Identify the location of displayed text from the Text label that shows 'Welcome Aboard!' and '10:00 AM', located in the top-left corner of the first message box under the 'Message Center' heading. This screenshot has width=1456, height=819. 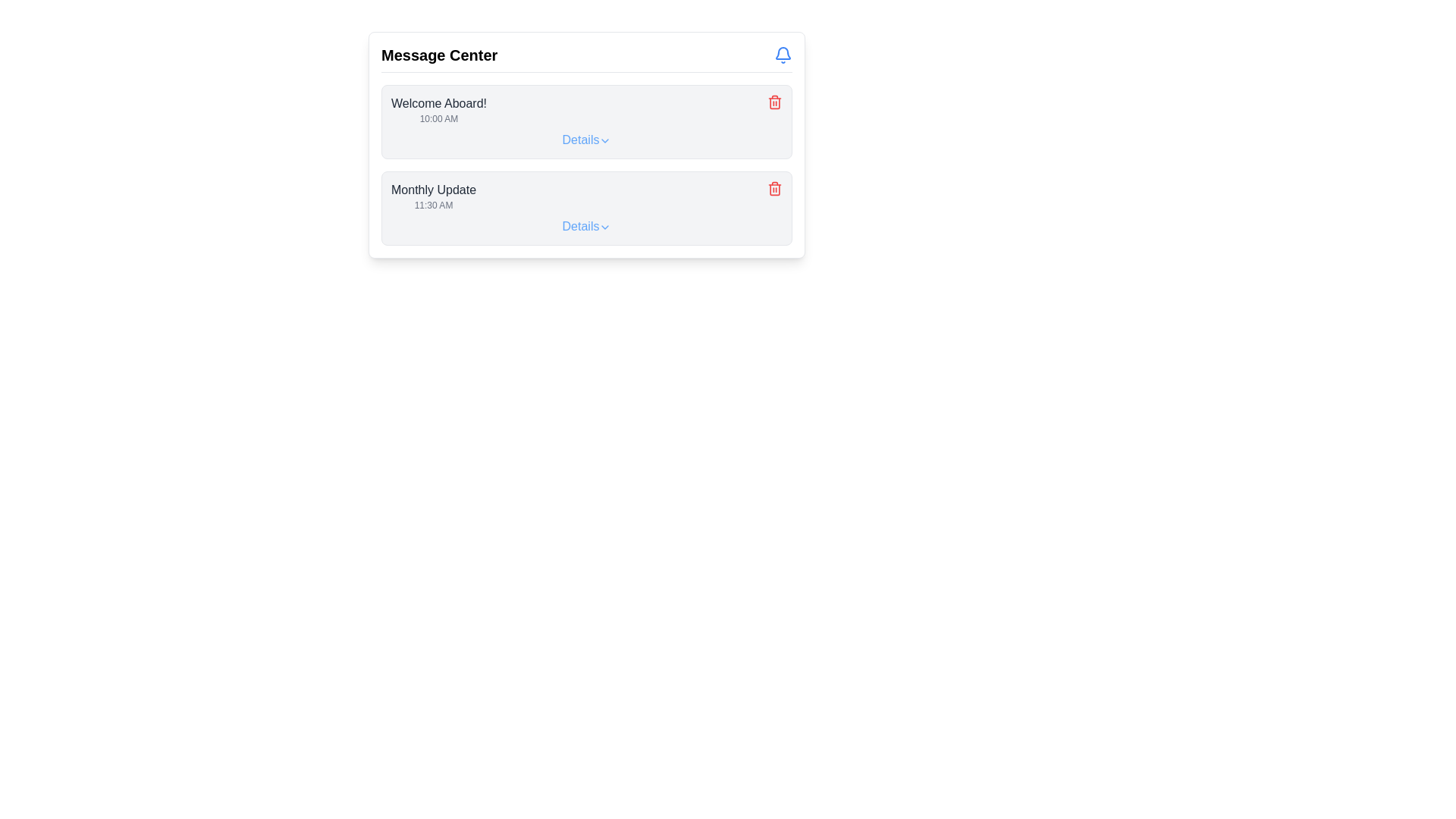
(438, 109).